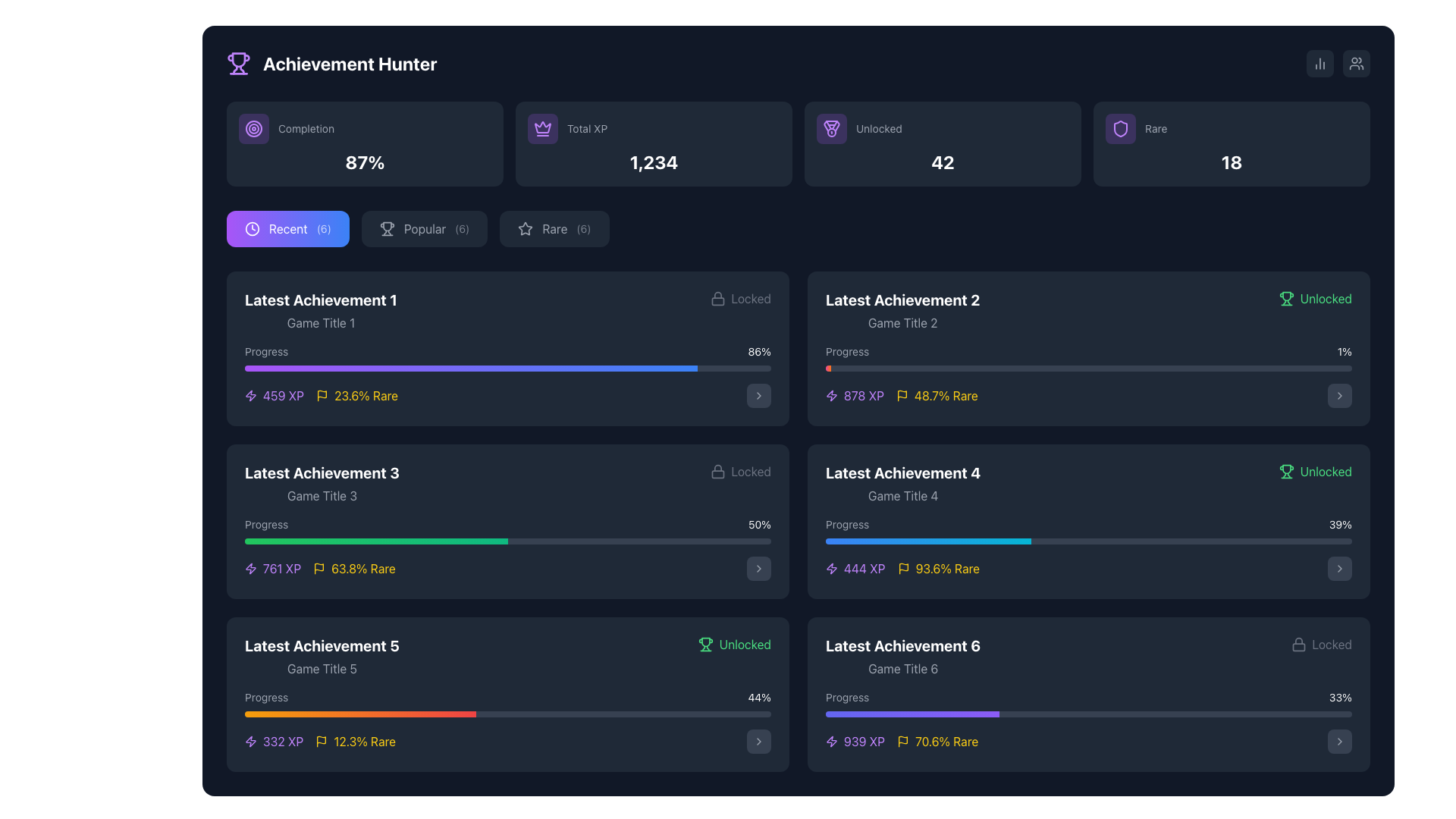 The height and width of the screenshot is (819, 1456). What do you see at coordinates (902, 394) in the screenshot?
I see `the details of the achievement's progress and rarity information label located in the 'Latest Achievement 2' section, positioned below the progress bar and above 'Latest Achievement 4'` at bounding box center [902, 394].